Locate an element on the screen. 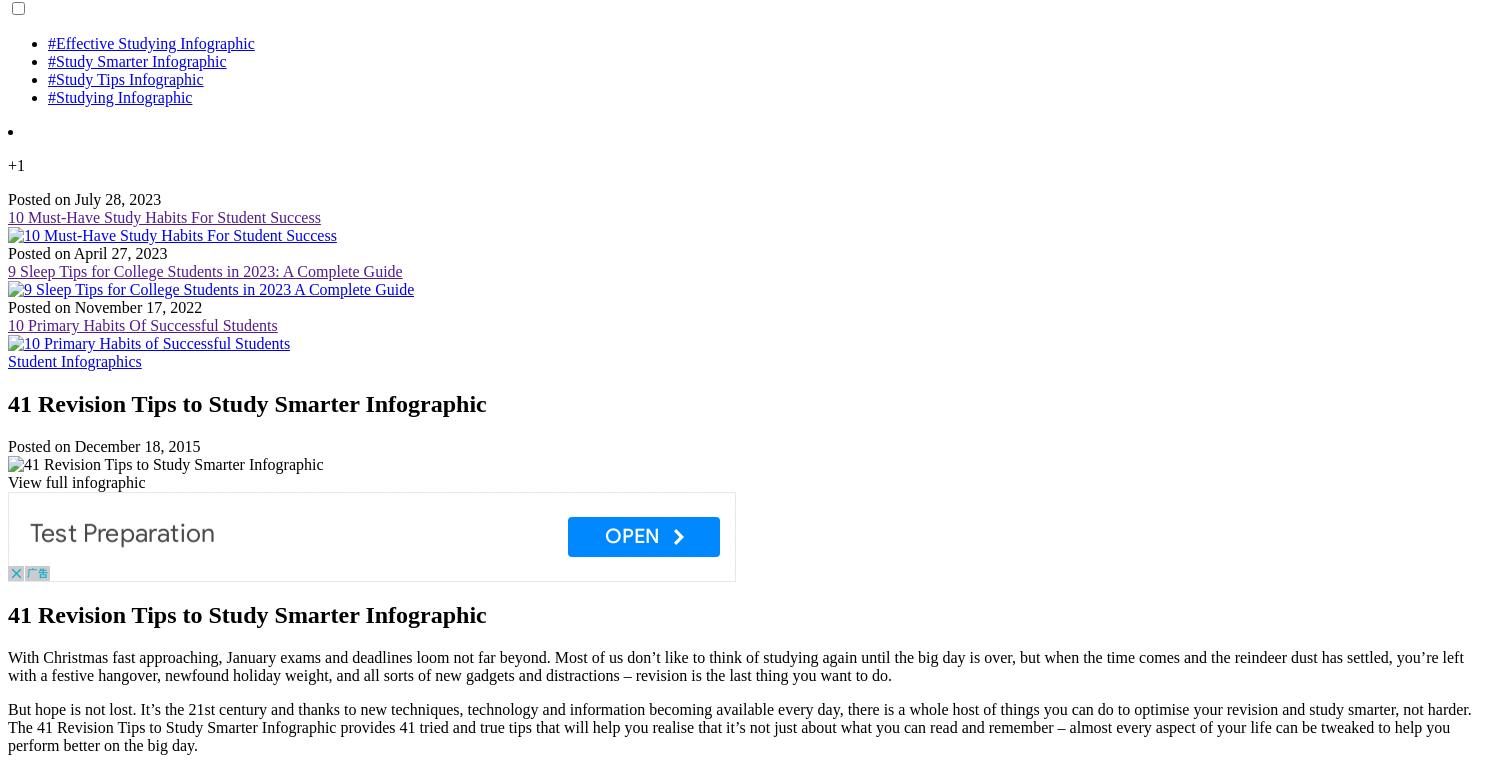 Image resolution: width=1496 pixels, height=772 pixels. '10 Must-Have Study Habits For Student Success' is located at coordinates (162, 217).